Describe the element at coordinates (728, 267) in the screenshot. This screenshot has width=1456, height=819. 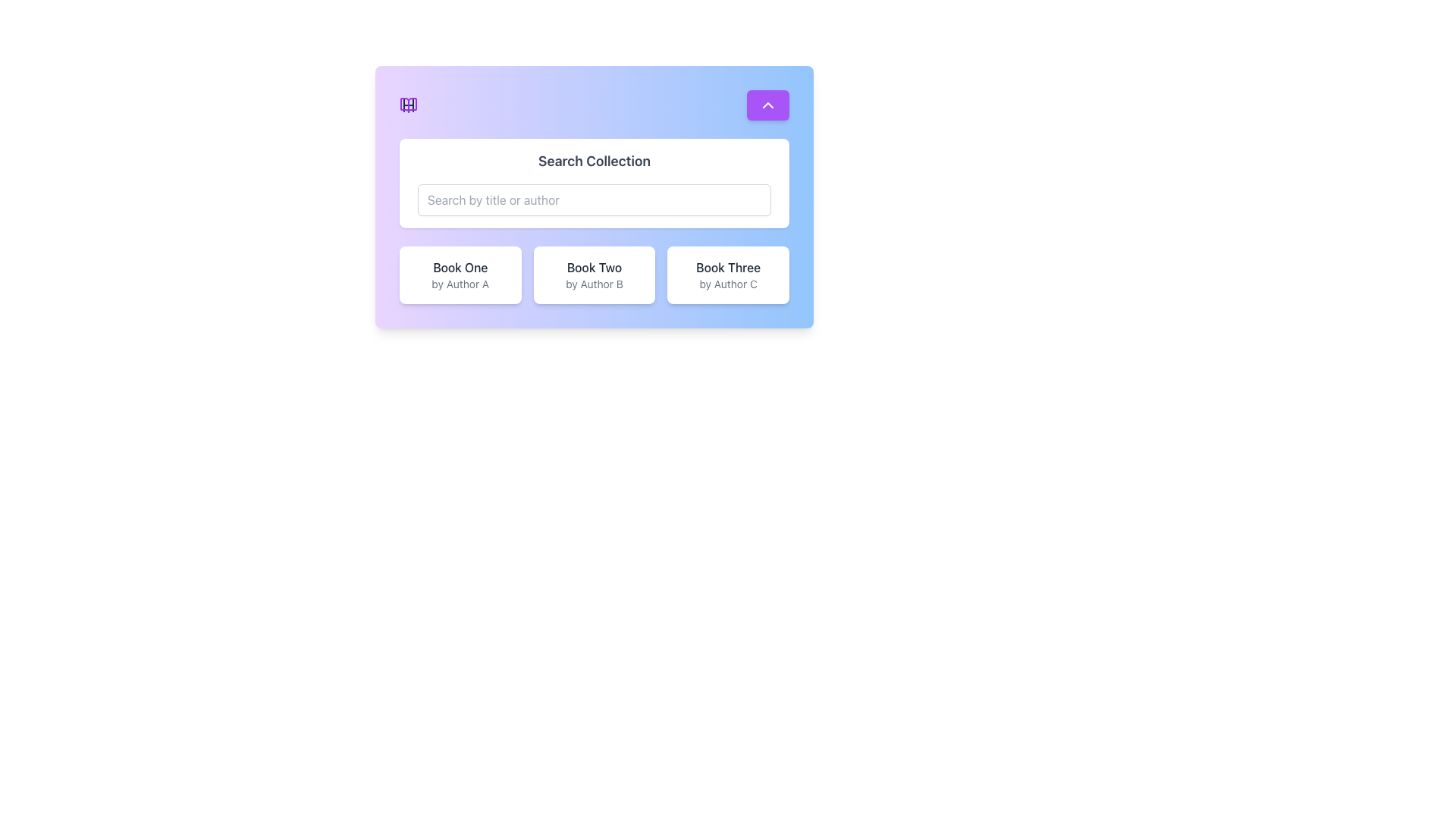
I see `the 'Book Three' text label, which is the primary heading in a white card with rounded corners, centrally aligned and styled in dark gray, located in the third position of the book cards under the 'Search Collection' bar` at that location.